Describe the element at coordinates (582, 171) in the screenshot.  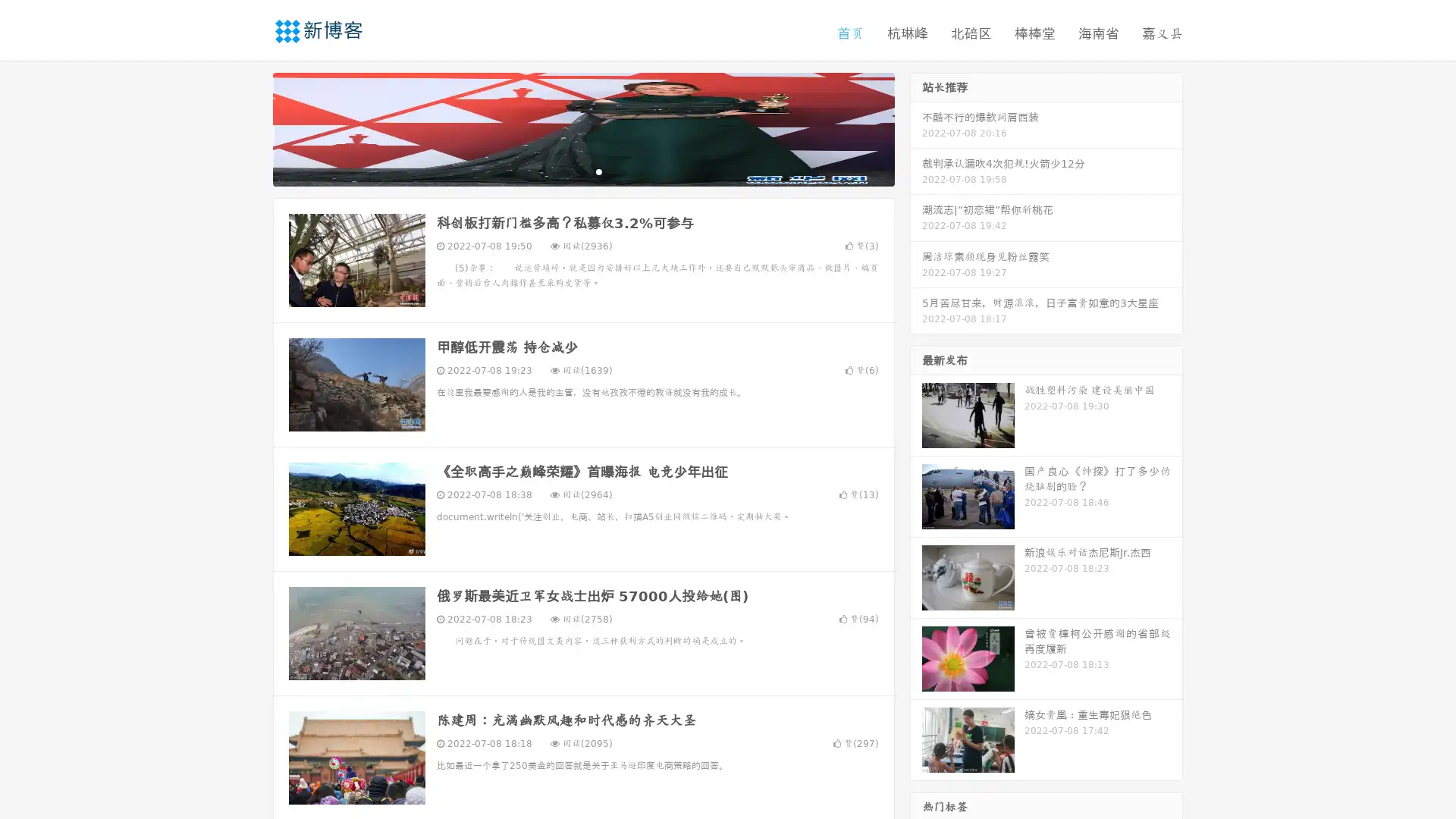
I see `Go to slide 2` at that location.